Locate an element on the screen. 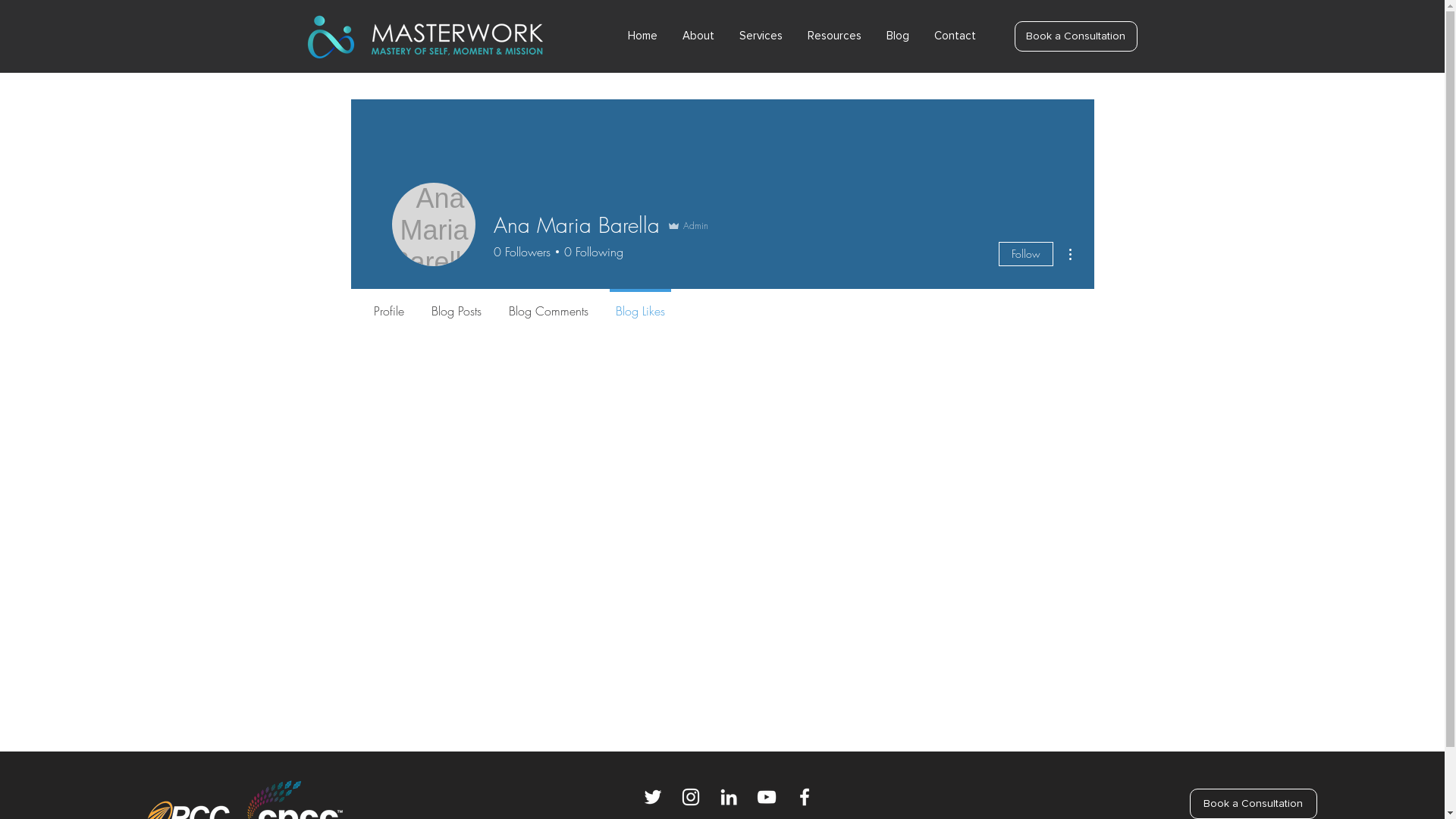 This screenshot has height=819, width=1456. 'Blog Posts' is located at coordinates (454, 304).